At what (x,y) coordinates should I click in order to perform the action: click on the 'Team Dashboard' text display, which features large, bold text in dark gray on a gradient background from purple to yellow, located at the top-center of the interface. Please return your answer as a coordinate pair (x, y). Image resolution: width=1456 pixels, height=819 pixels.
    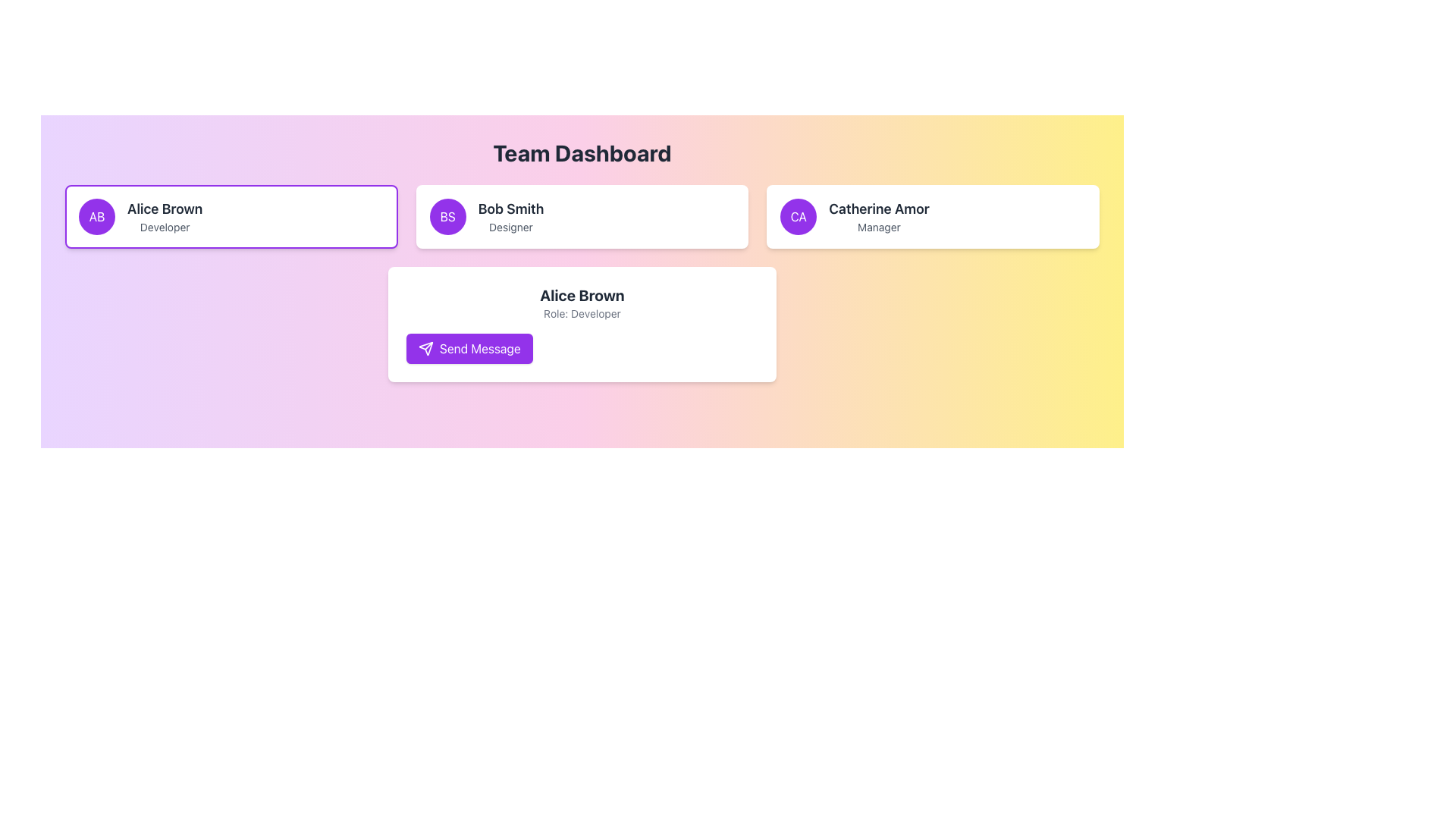
    Looking at the image, I should click on (582, 152).